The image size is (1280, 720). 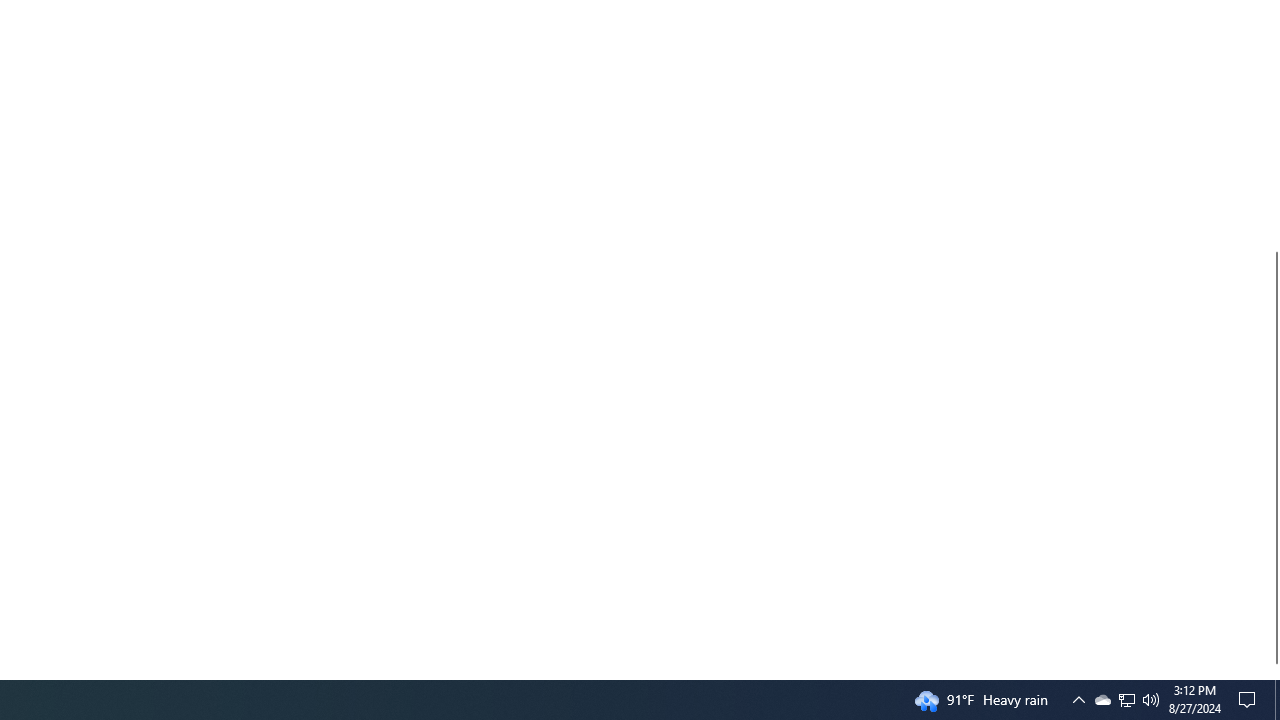 I want to click on 'User Promoted Notification Area', so click(x=1127, y=698).